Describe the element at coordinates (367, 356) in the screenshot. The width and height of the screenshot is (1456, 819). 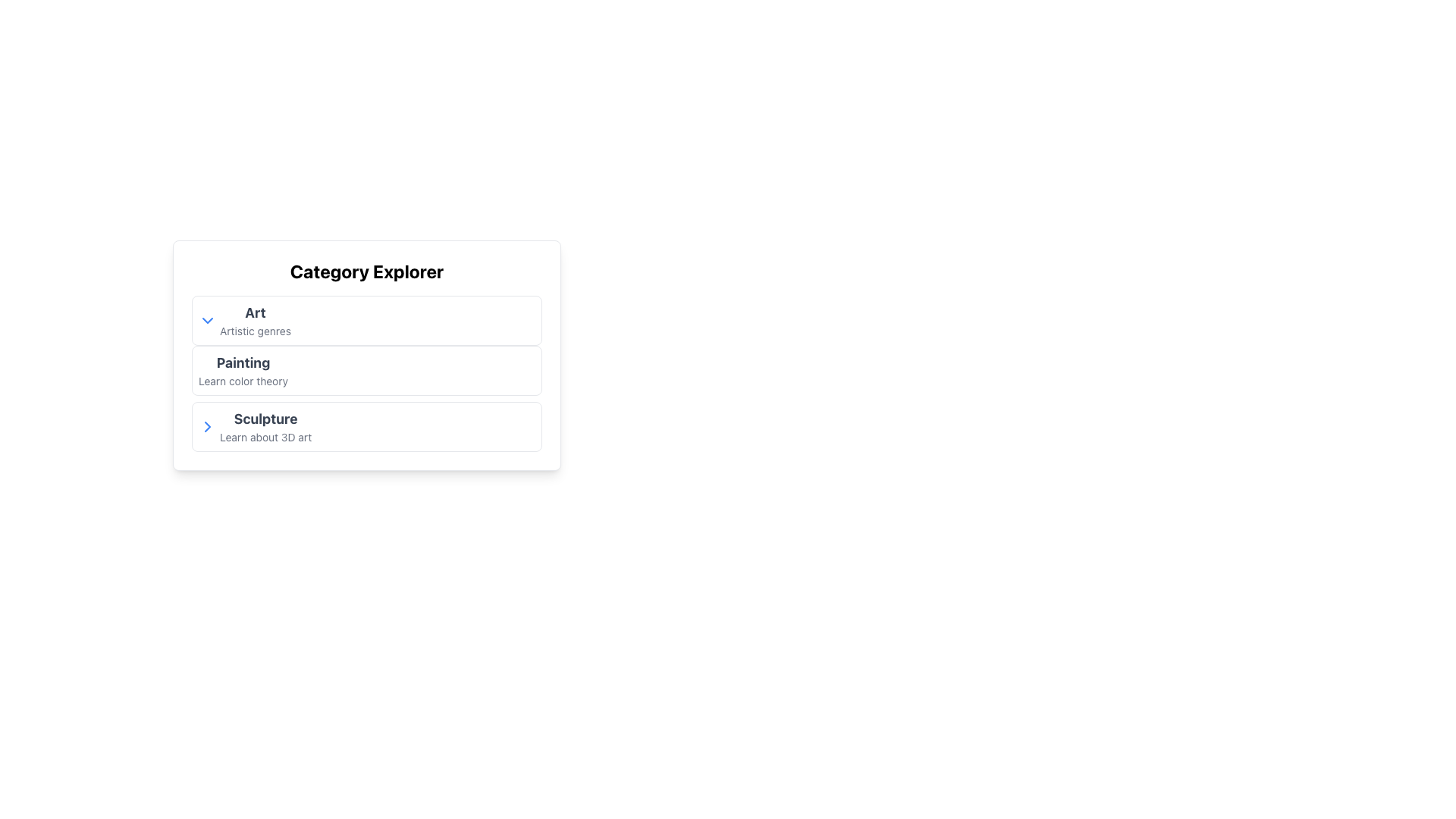
I see `the second list item in the 'Category Explorer' labeled 'Painting'` at that location.